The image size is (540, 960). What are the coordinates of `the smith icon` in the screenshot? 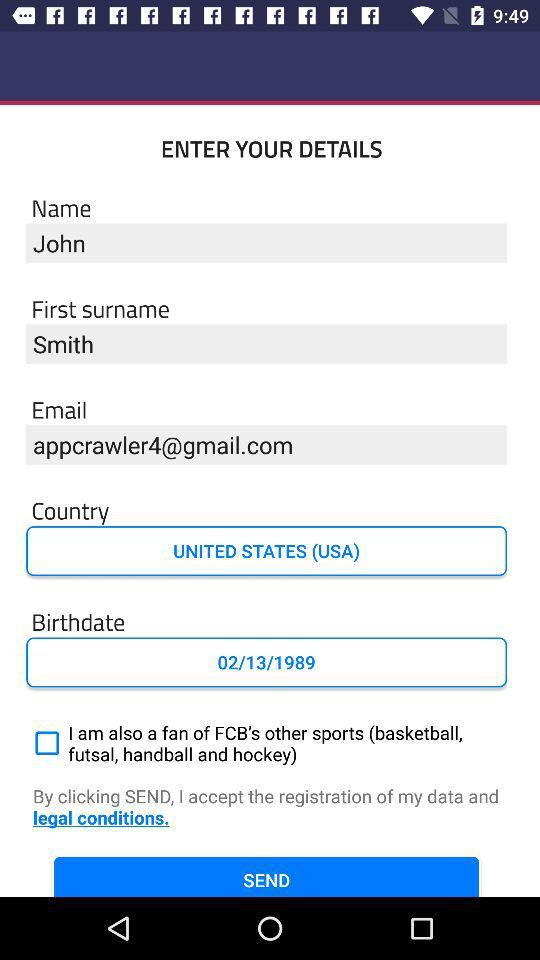 It's located at (266, 344).